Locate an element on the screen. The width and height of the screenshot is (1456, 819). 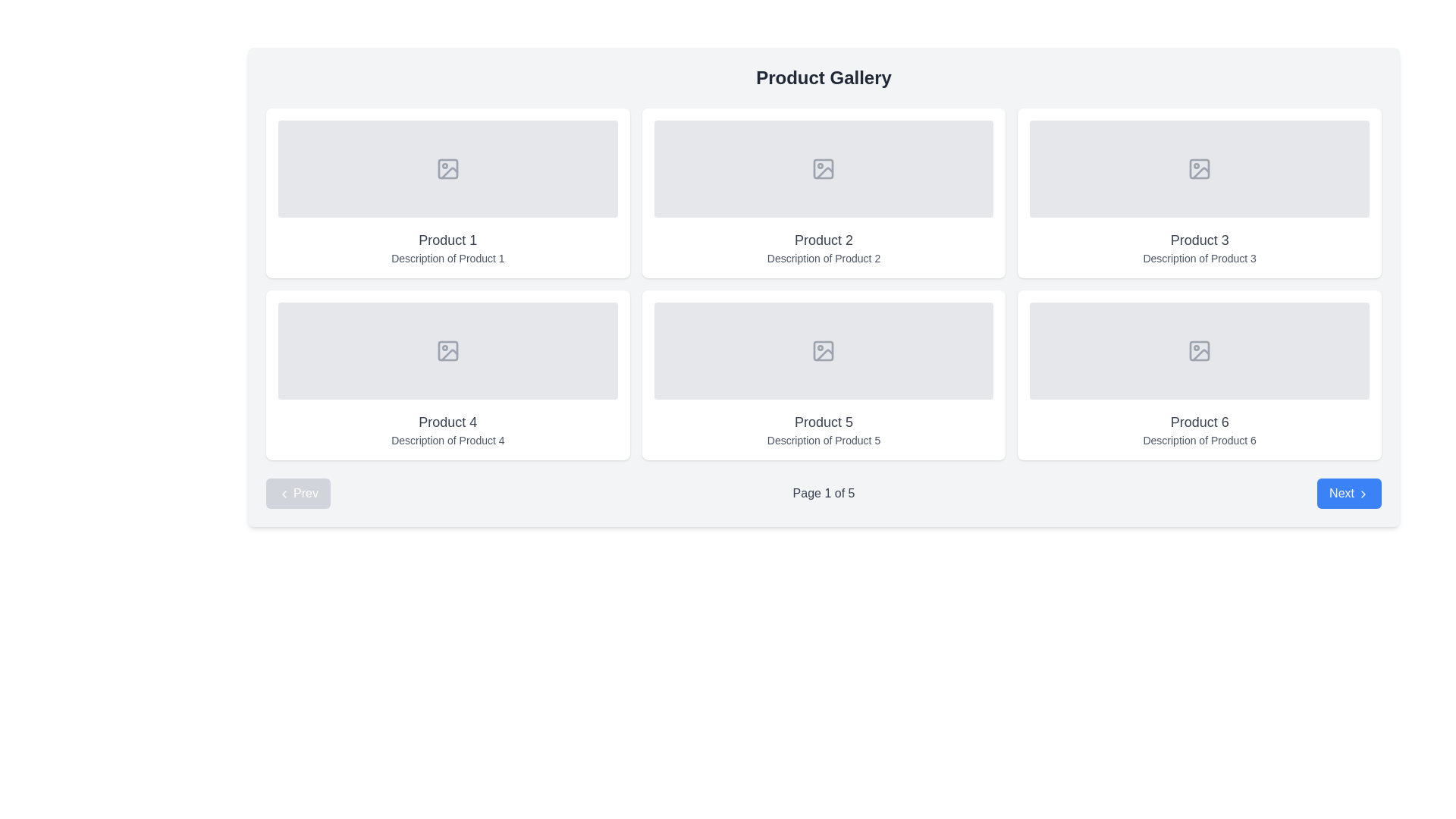
the first card component in the grid layout, which has a white background, rounded corners, and displays 'Product 1' and its description is located at coordinates (447, 192).